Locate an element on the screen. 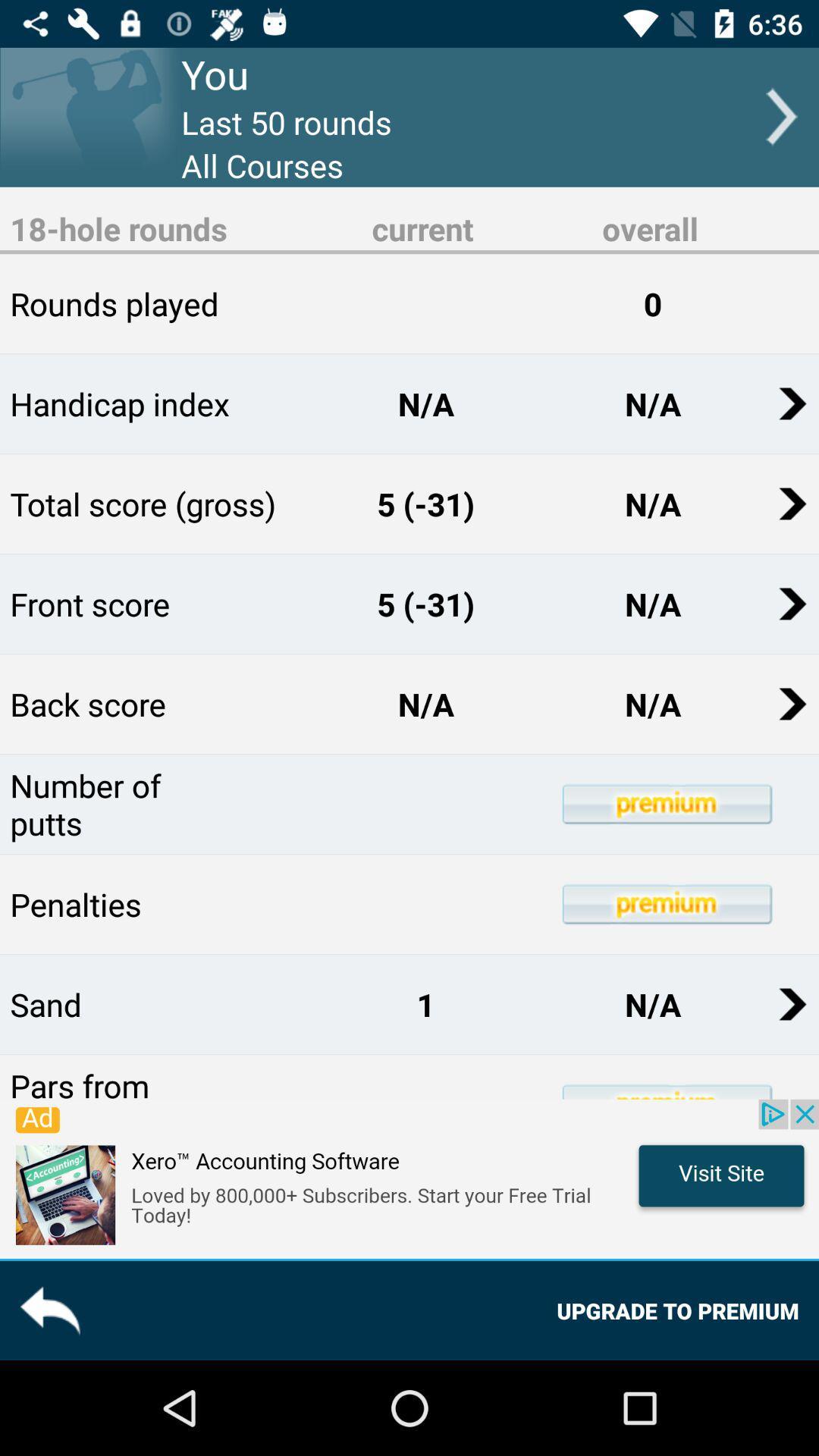  go back is located at coordinates (49, 1310).